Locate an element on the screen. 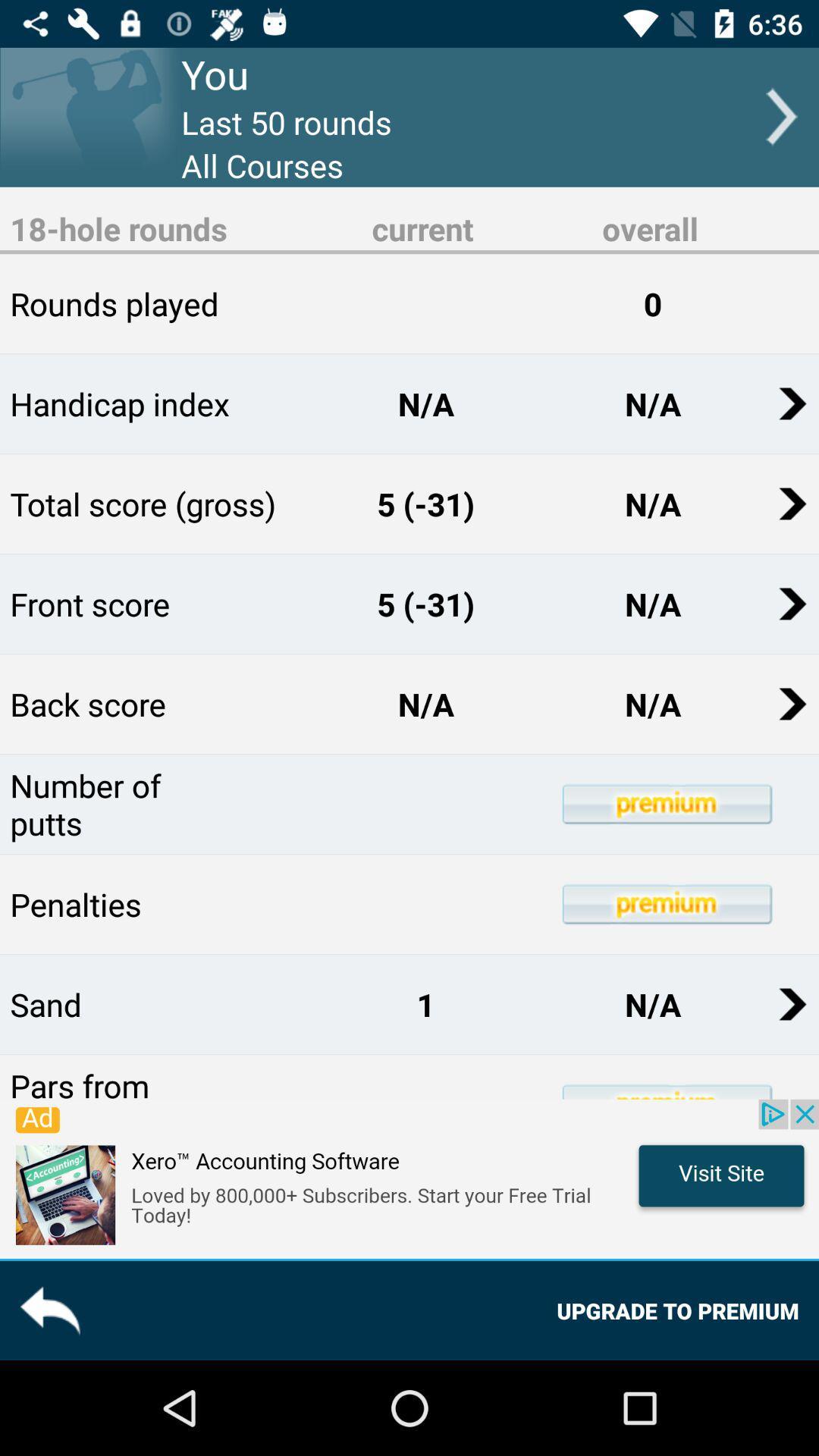  go back is located at coordinates (49, 1310).